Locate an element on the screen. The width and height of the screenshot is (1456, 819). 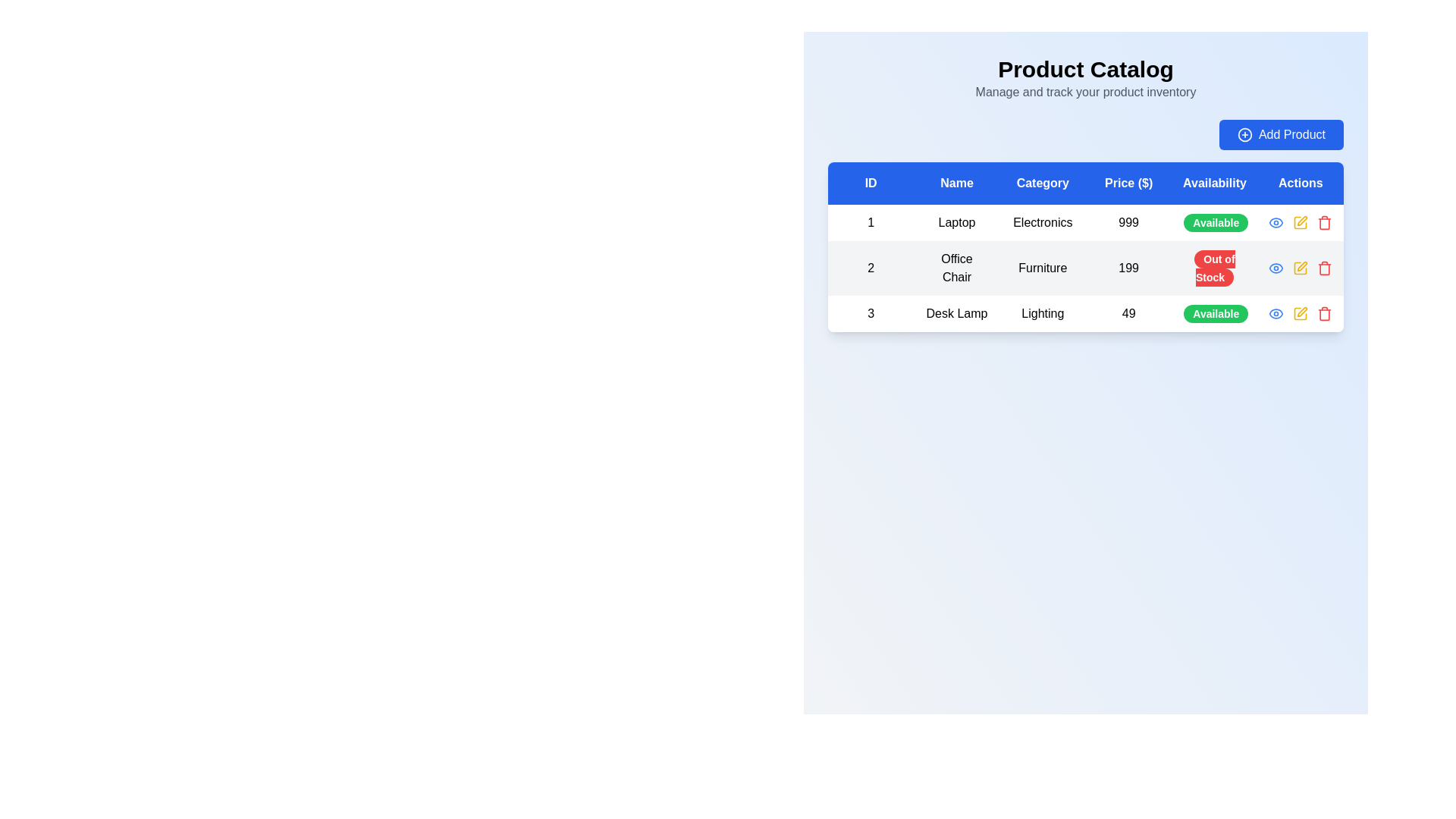
the 'Lighting' text label in the 'Category' column of the third row for the 'Desk Lamp' in the 'Product Catalog' table is located at coordinates (1042, 312).